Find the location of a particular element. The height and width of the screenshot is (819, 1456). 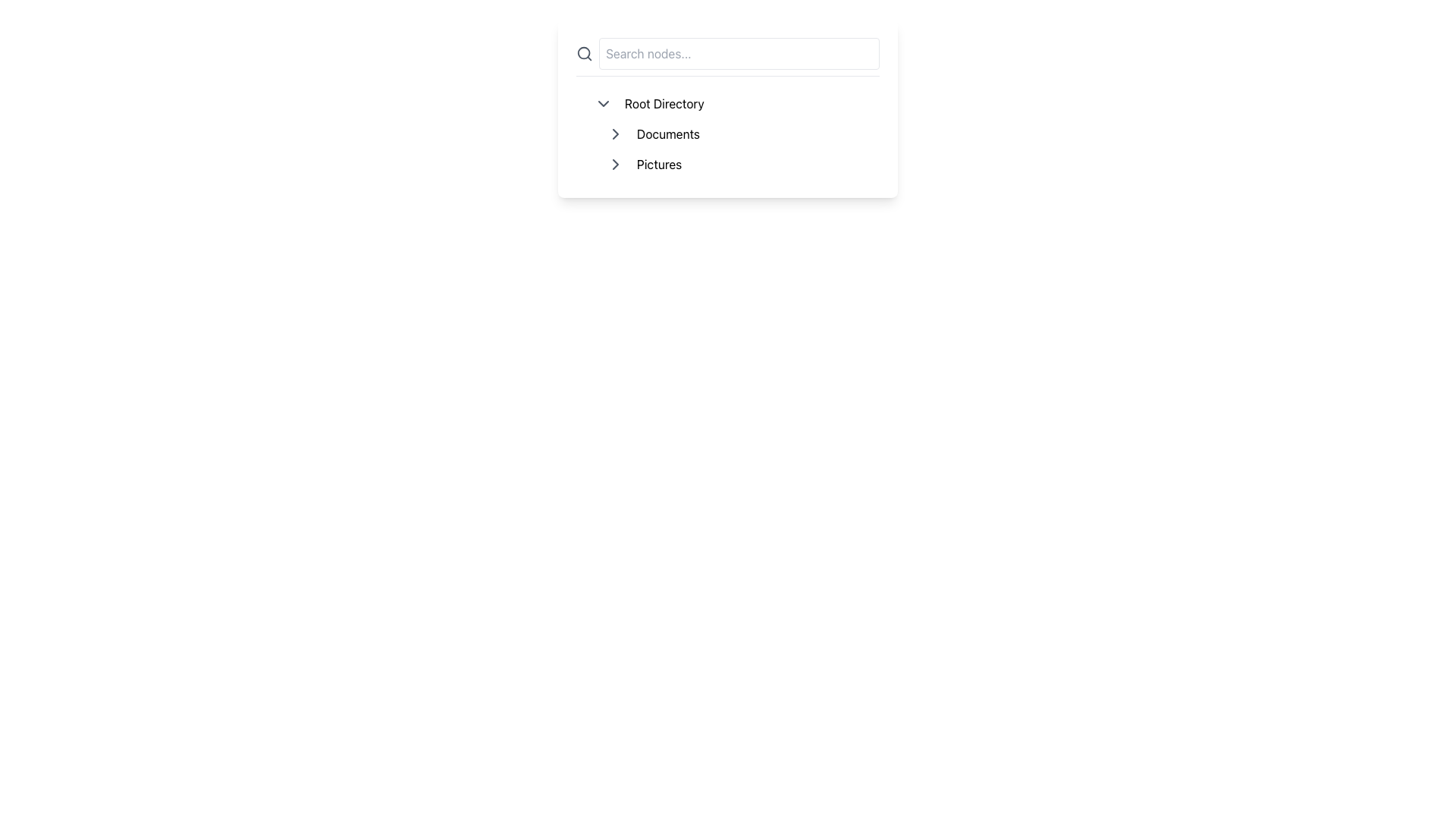

the 'Documents' list item in the navigation menu is located at coordinates (739, 133).